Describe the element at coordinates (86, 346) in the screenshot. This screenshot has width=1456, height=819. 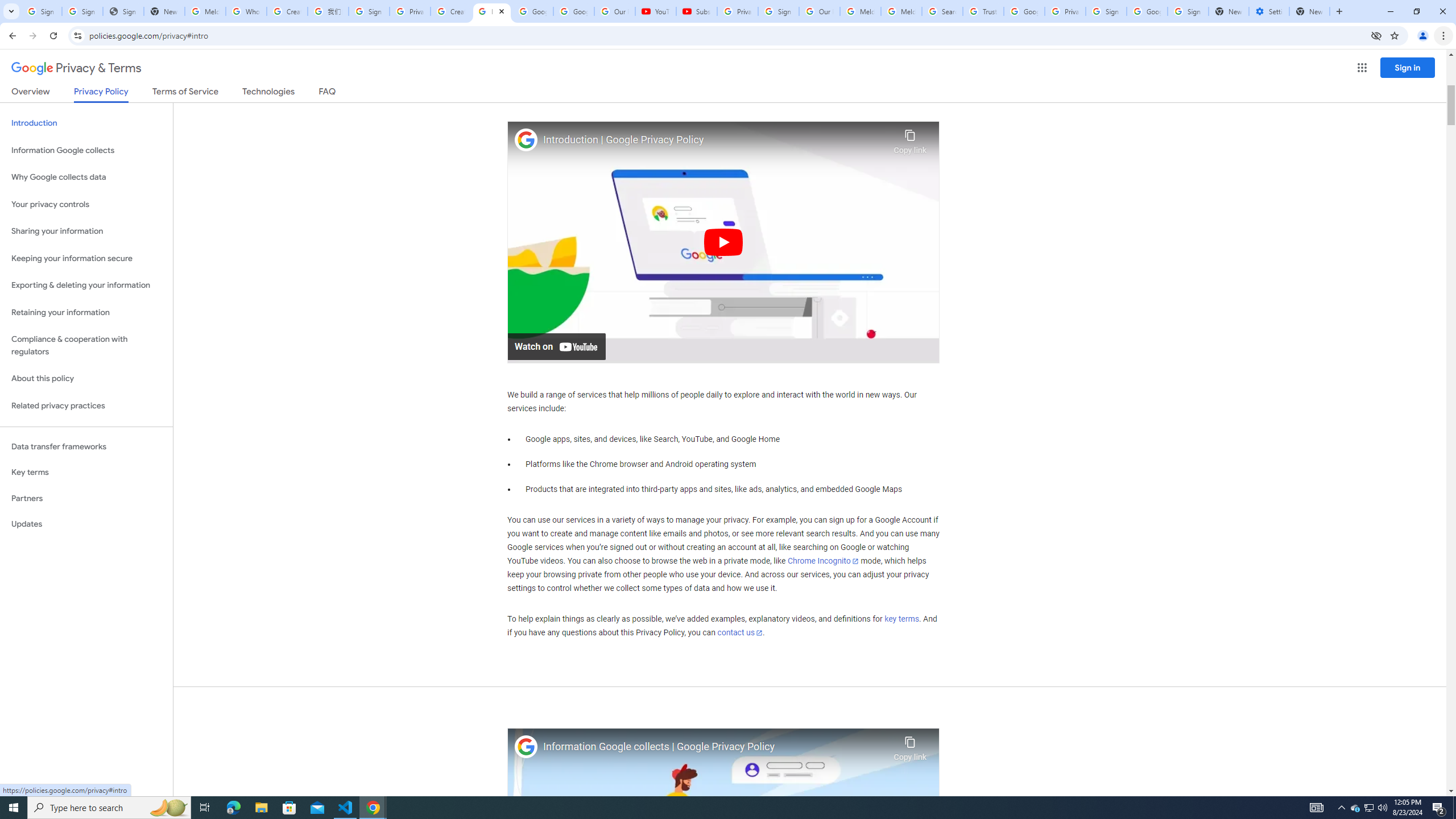
I see `'Compliance & cooperation with regulators'` at that location.